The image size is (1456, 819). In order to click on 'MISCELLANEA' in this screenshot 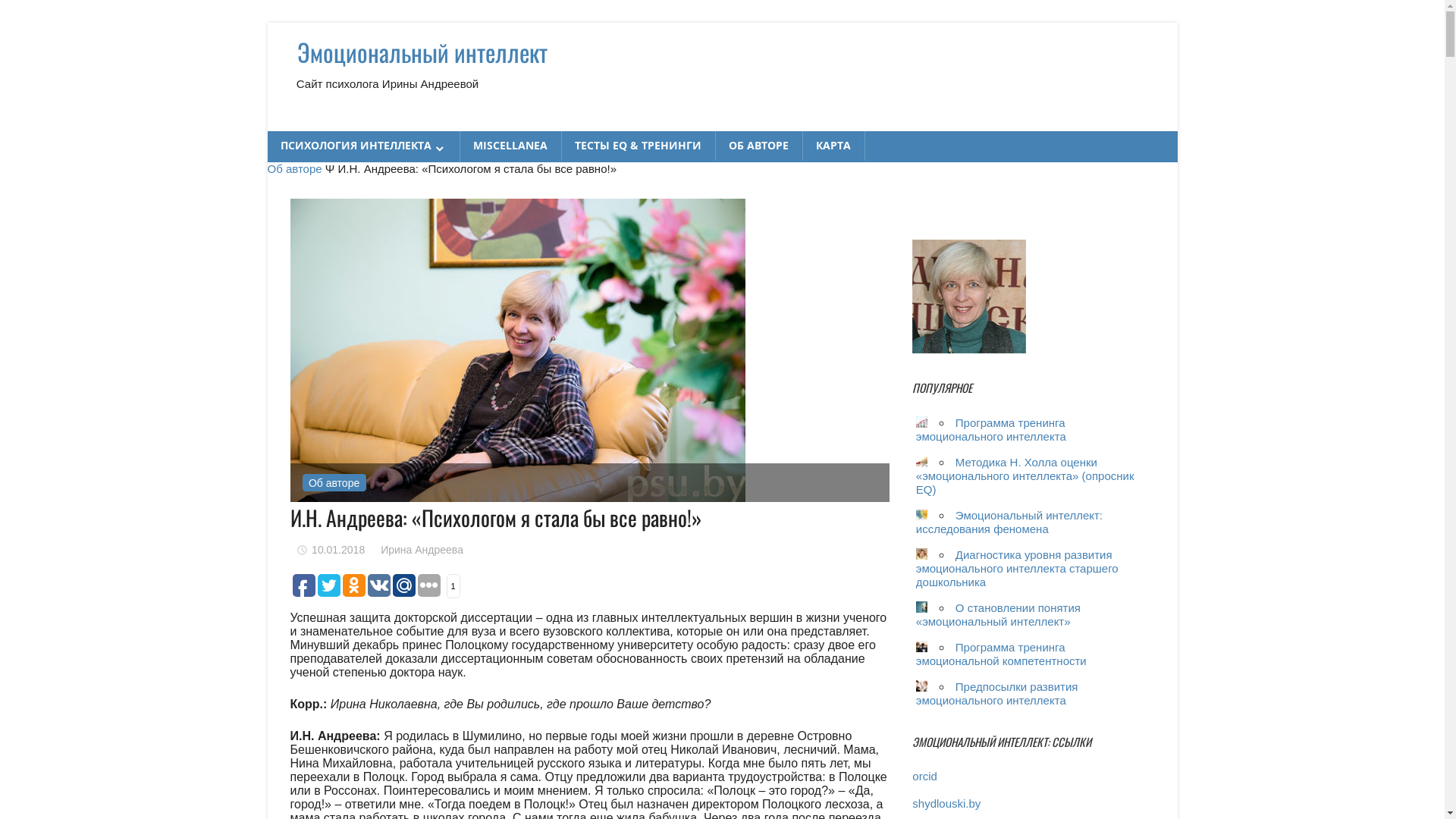, I will do `click(459, 145)`.